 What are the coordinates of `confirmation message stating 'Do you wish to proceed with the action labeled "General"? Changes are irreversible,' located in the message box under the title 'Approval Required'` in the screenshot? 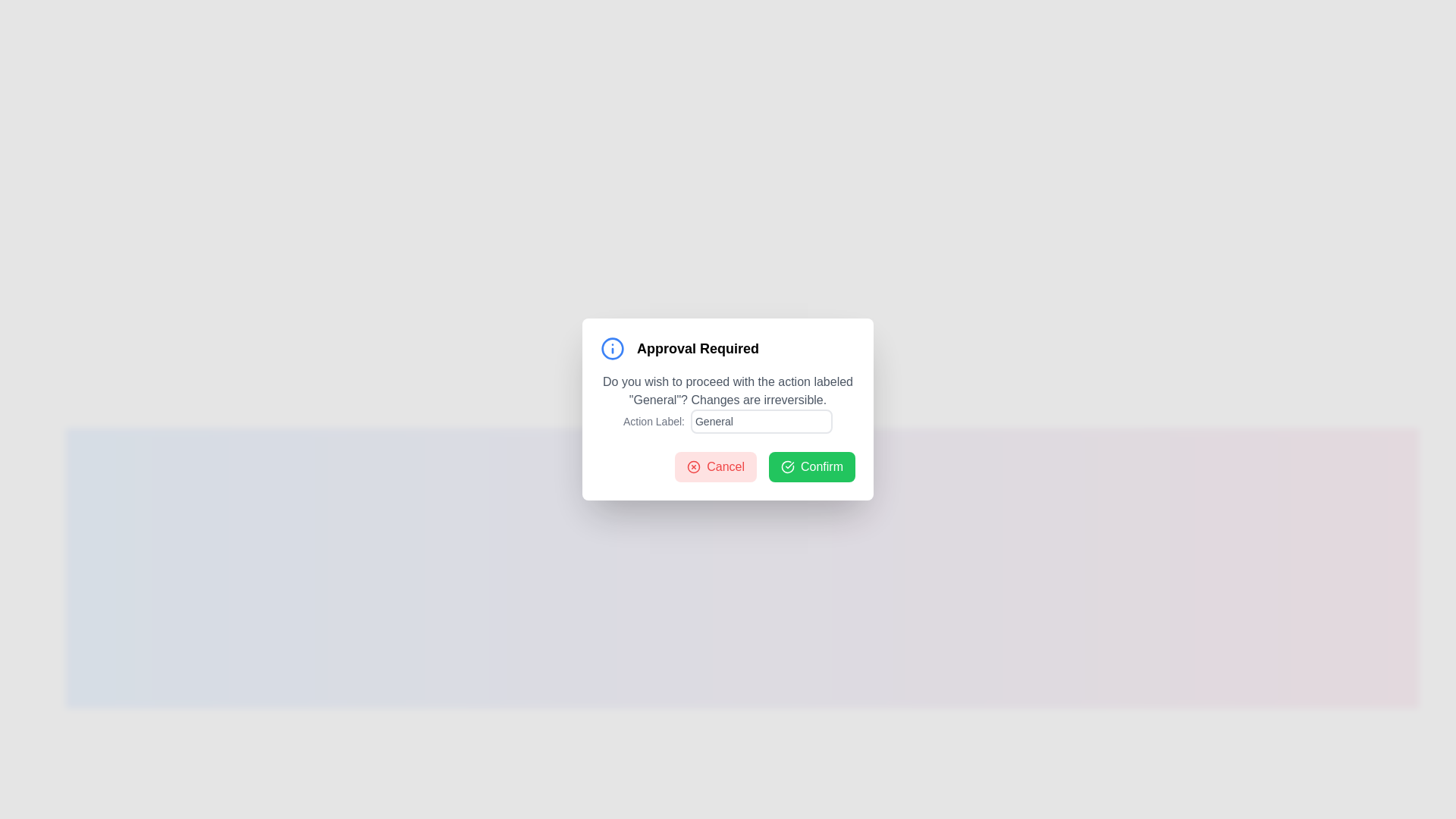 It's located at (728, 403).